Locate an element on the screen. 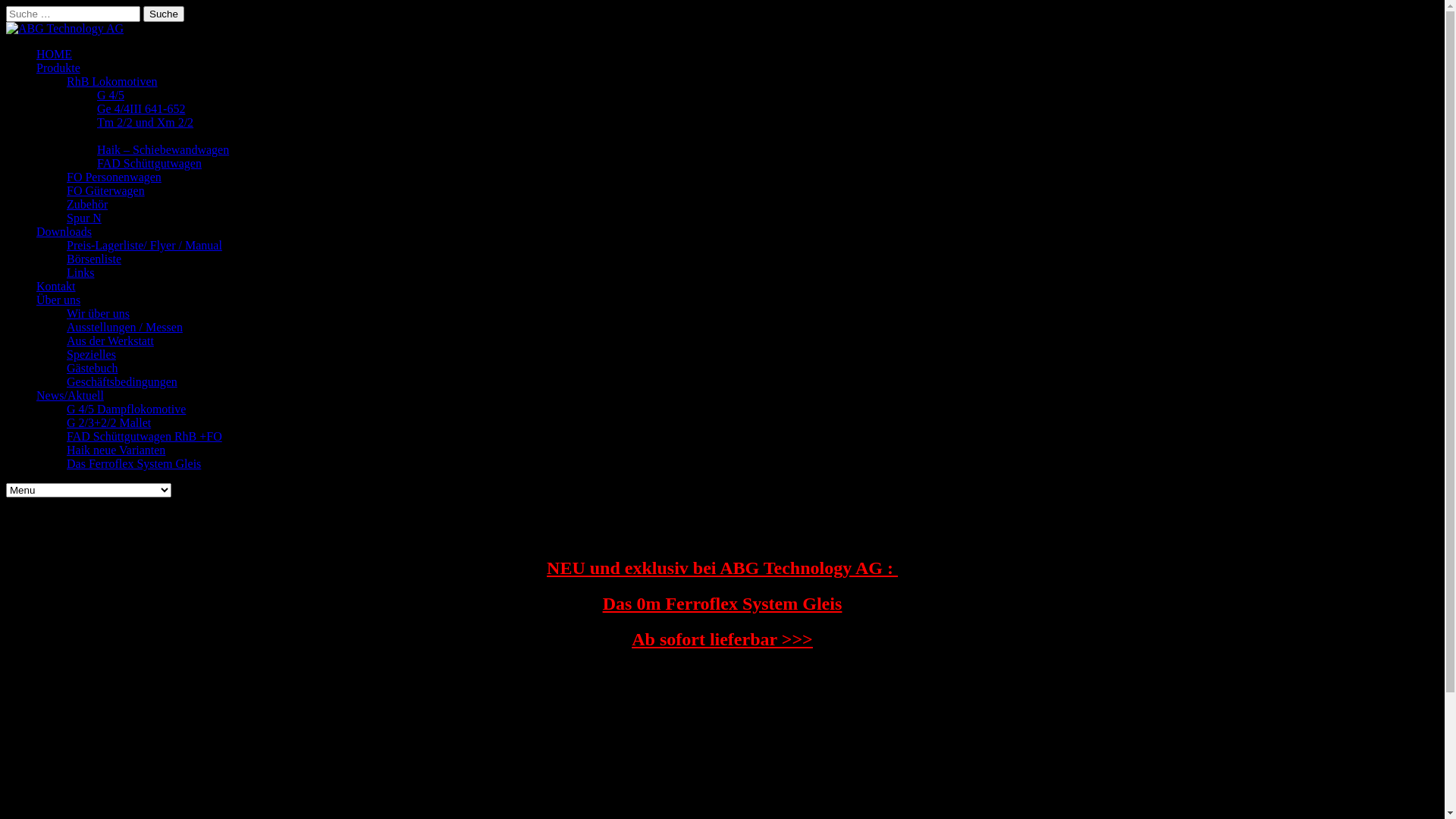  'Produkte' is located at coordinates (58, 67).